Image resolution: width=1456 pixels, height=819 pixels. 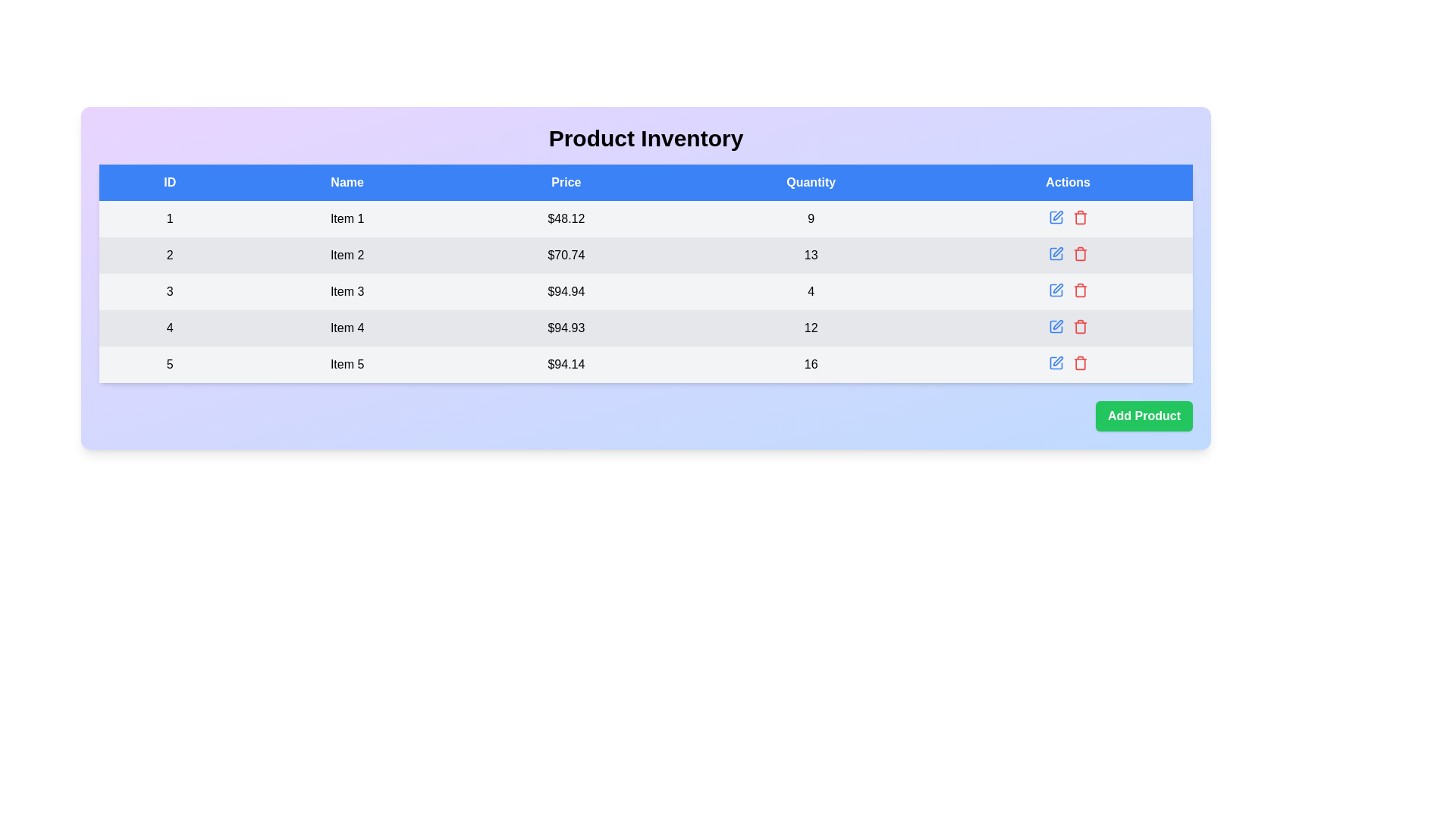 I want to click on the pen-shaped icon located in the 'Actions' column of the first row in the 'Product Inventory' table, so click(x=1057, y=215).